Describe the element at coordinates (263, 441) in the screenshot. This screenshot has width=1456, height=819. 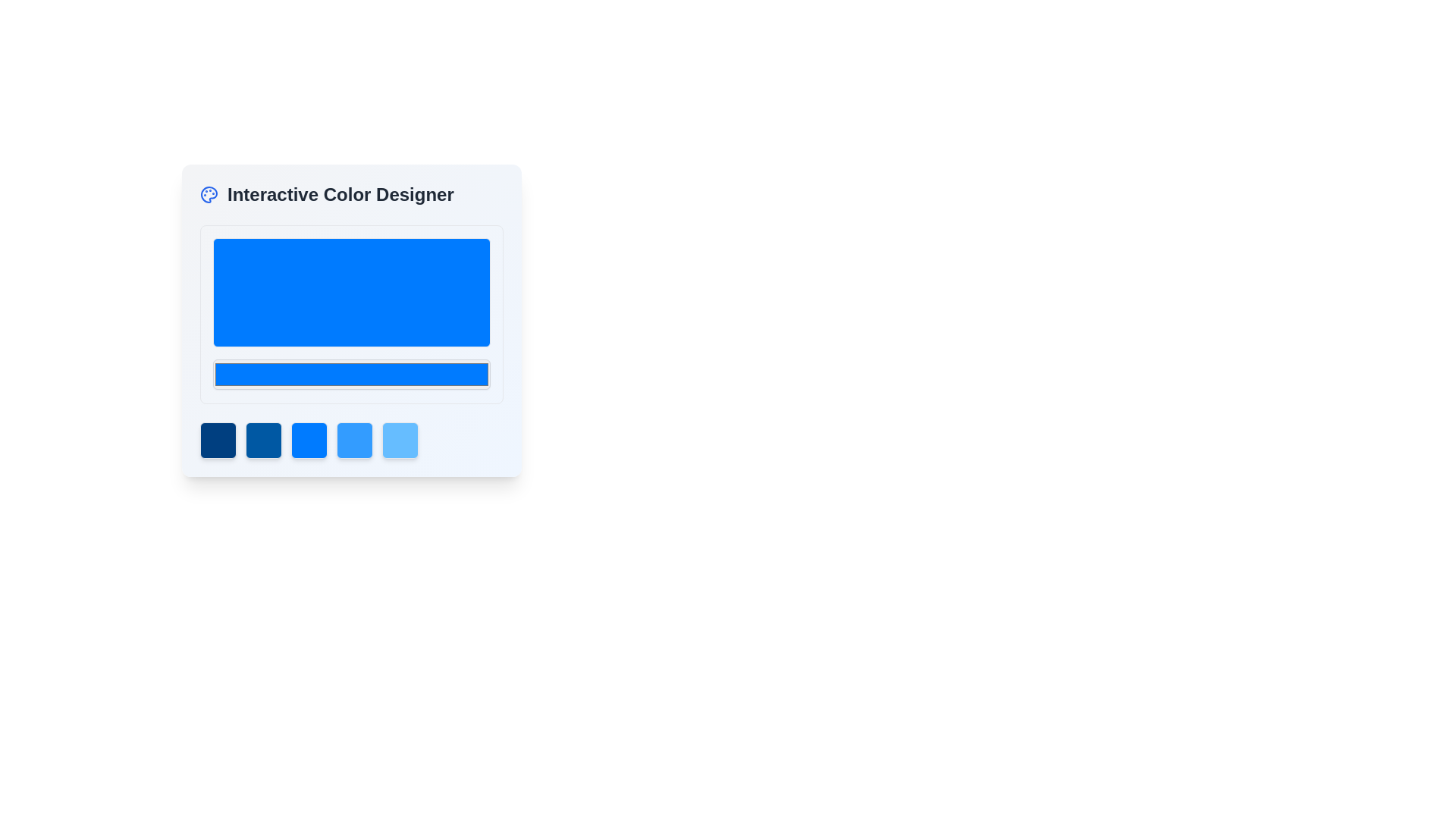
I see `the second square button with a deep blue background color (RGB(0, 88, 163))` at that location.